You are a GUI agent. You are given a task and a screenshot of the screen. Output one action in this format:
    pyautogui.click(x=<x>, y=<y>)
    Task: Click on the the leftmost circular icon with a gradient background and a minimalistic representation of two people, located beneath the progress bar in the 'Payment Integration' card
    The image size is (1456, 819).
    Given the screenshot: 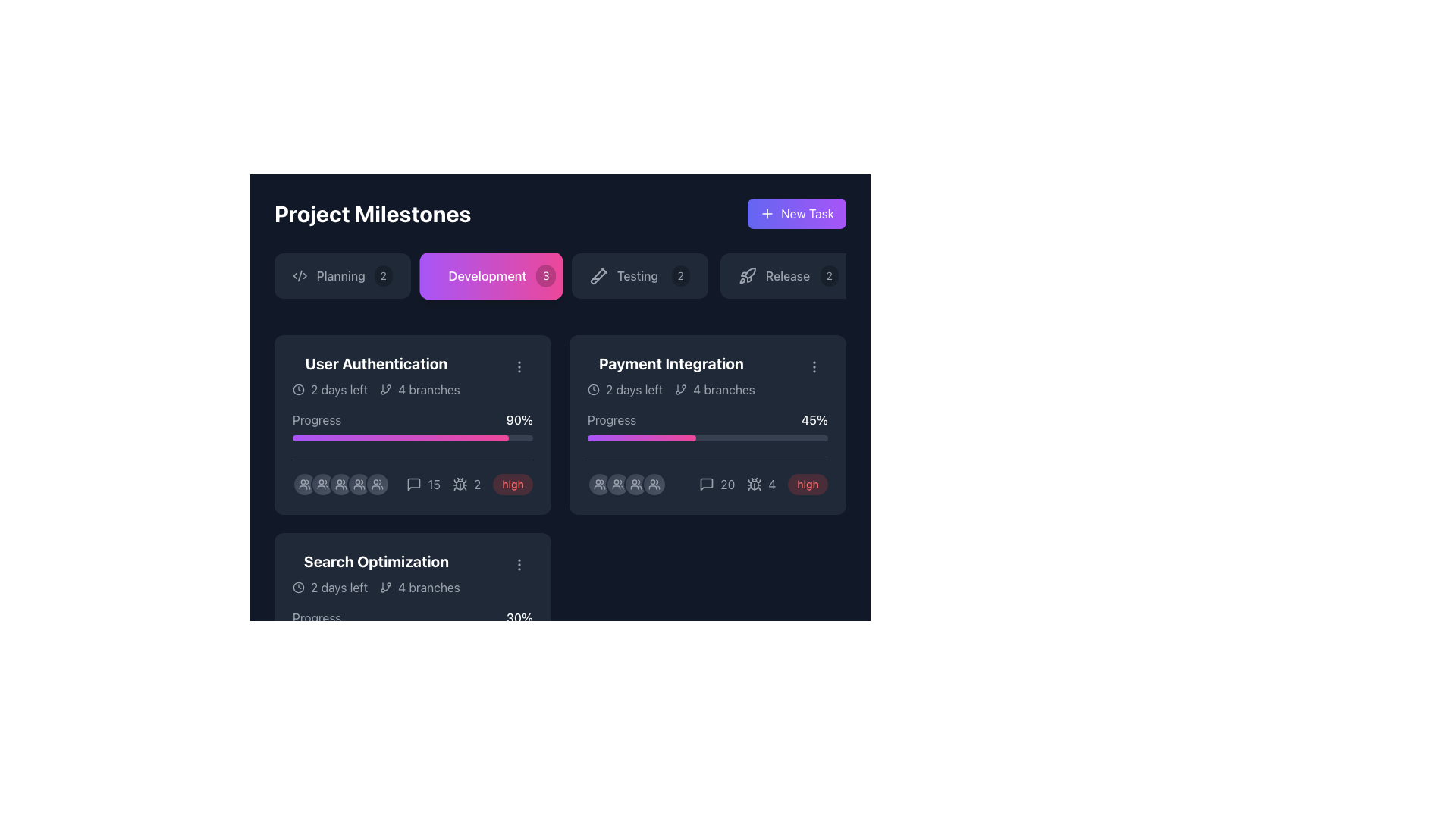 What is the action you would take?
    pyautogui.click(x=599, y=485)
    